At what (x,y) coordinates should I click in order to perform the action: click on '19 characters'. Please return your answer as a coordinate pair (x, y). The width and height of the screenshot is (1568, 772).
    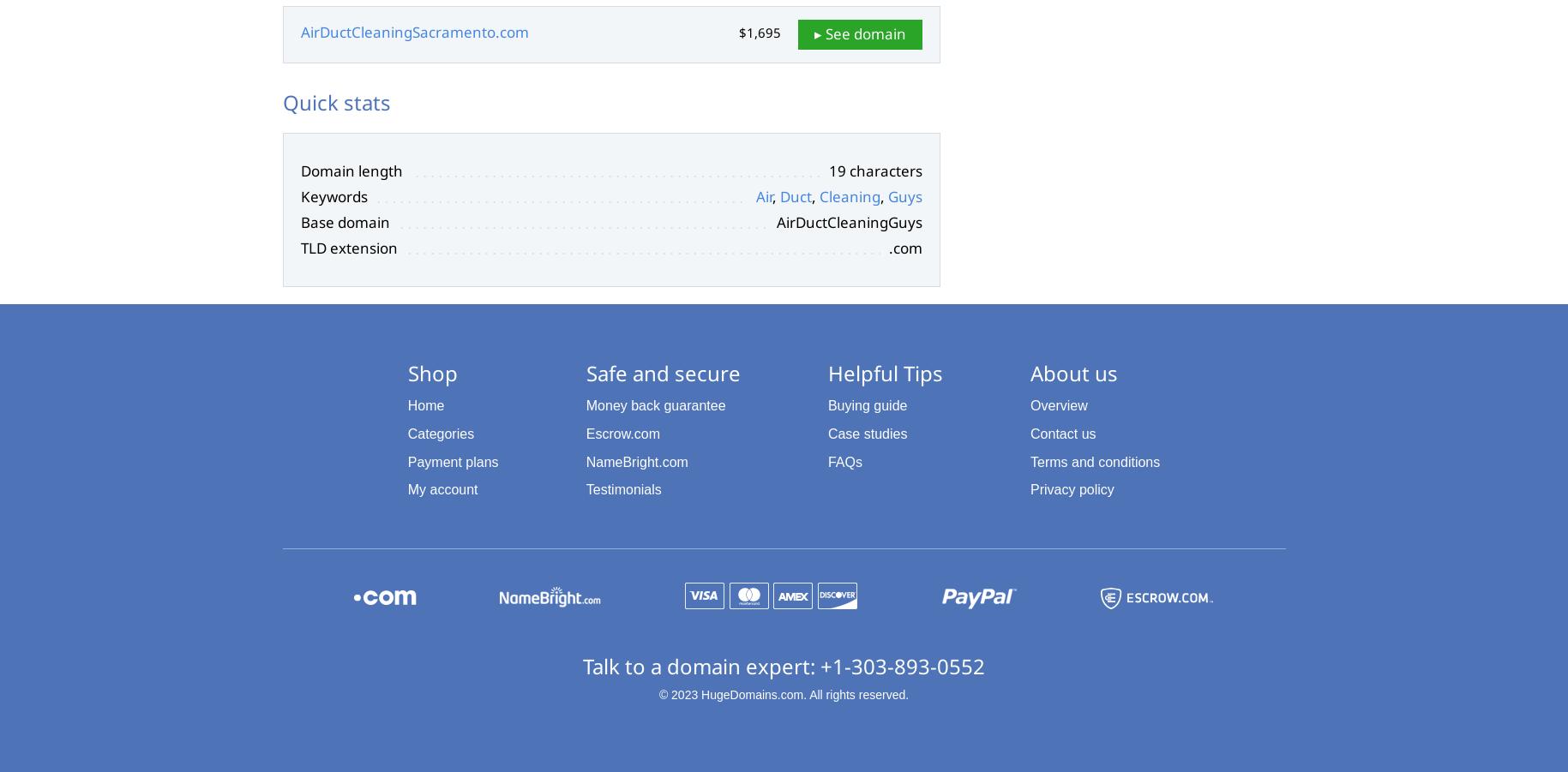
    Looking at the image, I should click on (874, 170).